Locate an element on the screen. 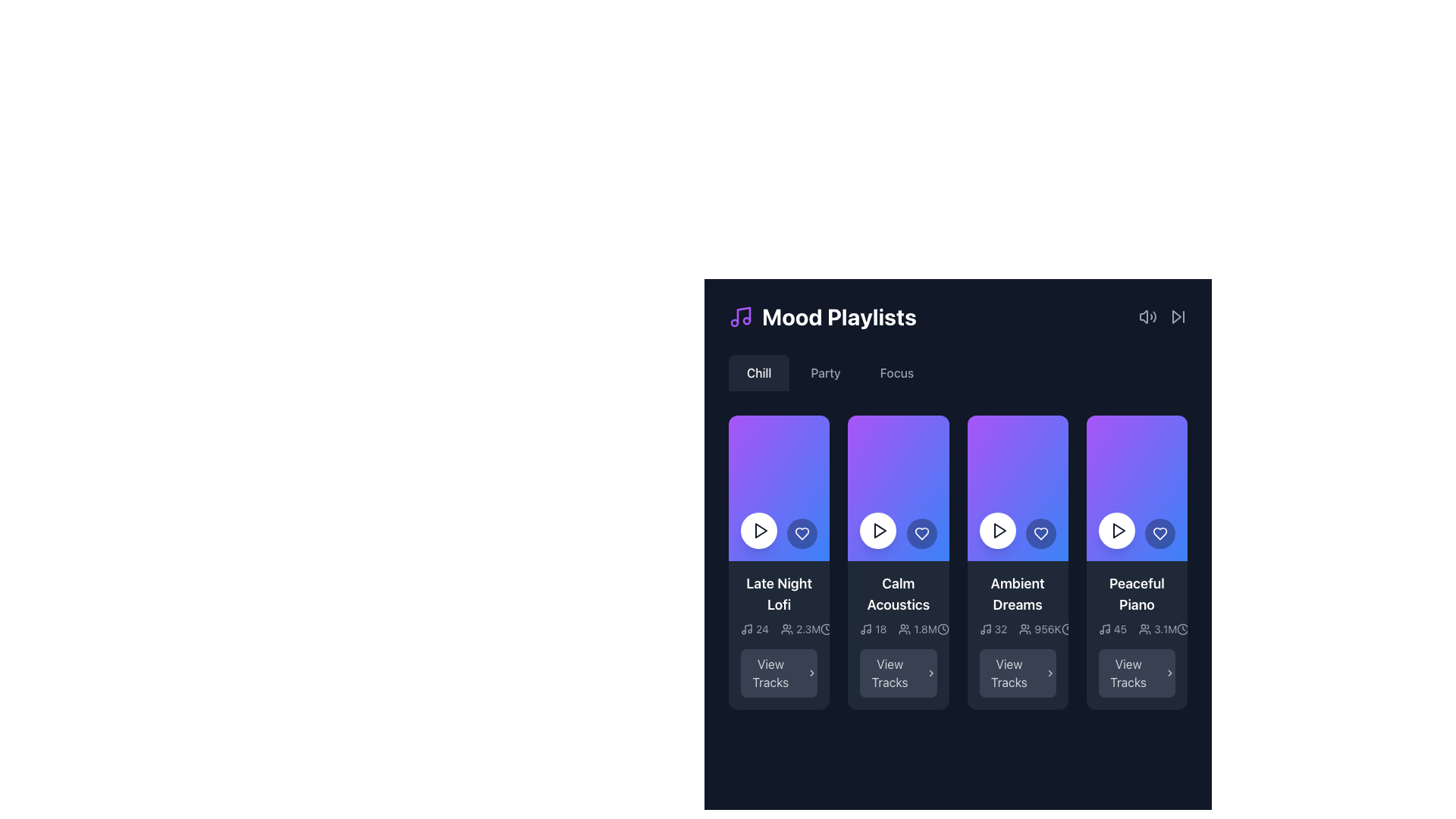  the musical note icon component within the SVG graphic, which represents the note stem and flag, located in the top-left corner near the 'Mood Playlists' title is located at coordinates (748, 629).